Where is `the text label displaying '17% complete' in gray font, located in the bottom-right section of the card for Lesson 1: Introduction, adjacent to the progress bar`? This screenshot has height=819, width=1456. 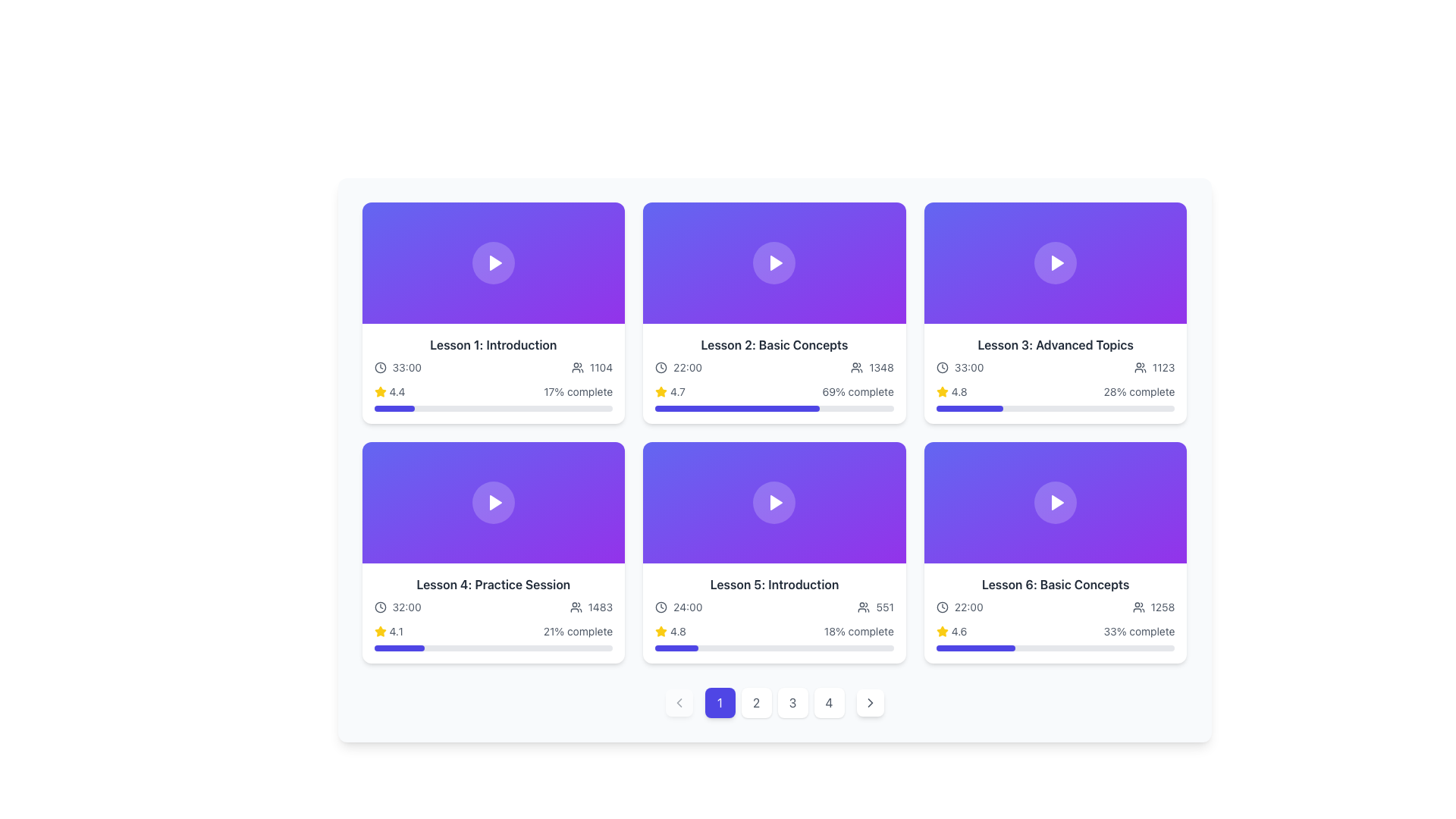
the text label displaying '17% complete' in gray font, located in the bottom-right section of the card for Lesson 1: Introduction, adjacent to the progress bar is located at coordinates (577, 391).